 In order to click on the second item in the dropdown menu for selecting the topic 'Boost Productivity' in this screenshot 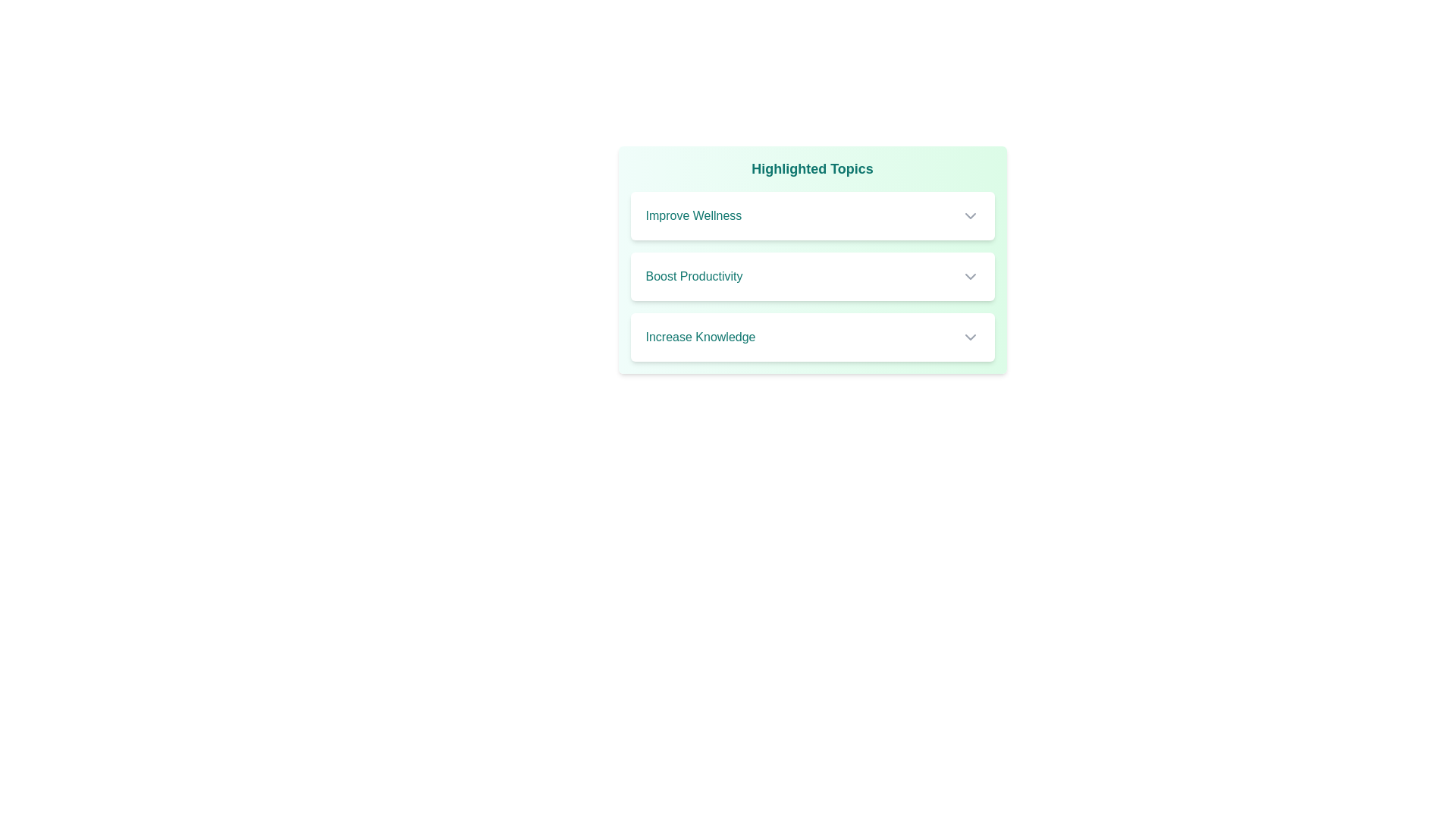, I will do `click(811, 277)`.